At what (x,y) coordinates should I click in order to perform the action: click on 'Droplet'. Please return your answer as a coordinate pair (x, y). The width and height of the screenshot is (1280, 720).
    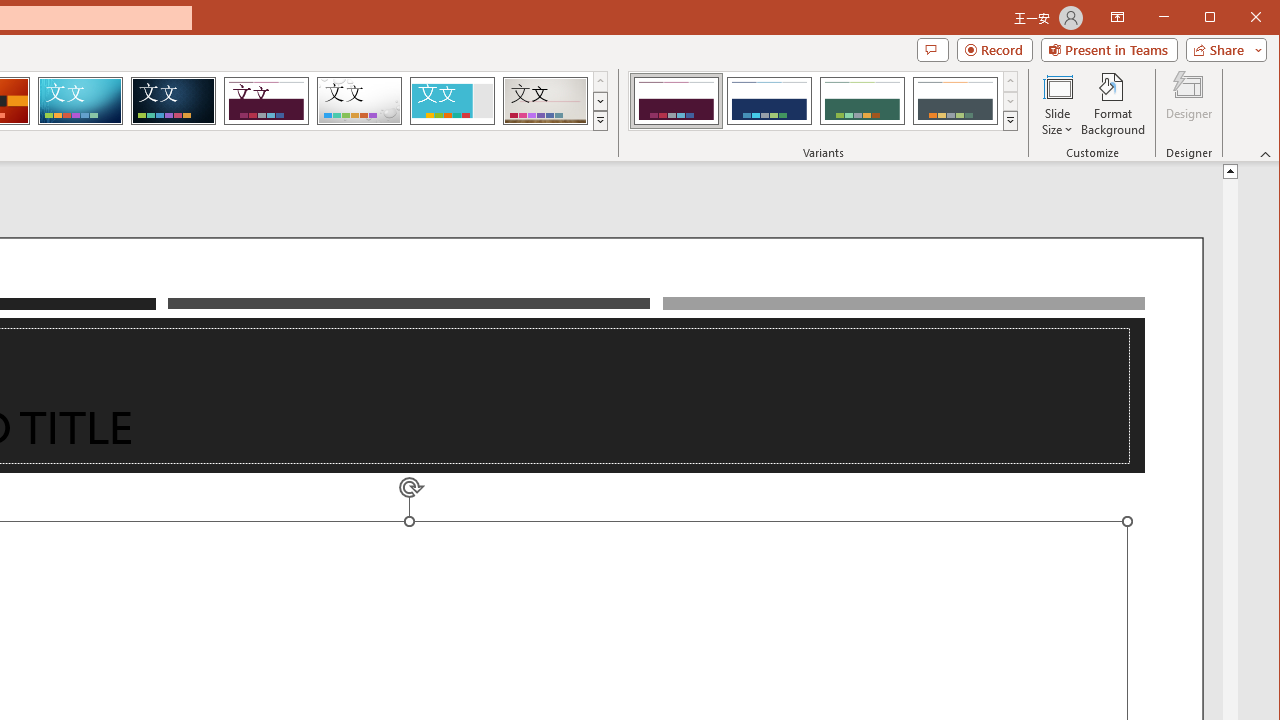
    Looking at the image, I should click on (359, 100).